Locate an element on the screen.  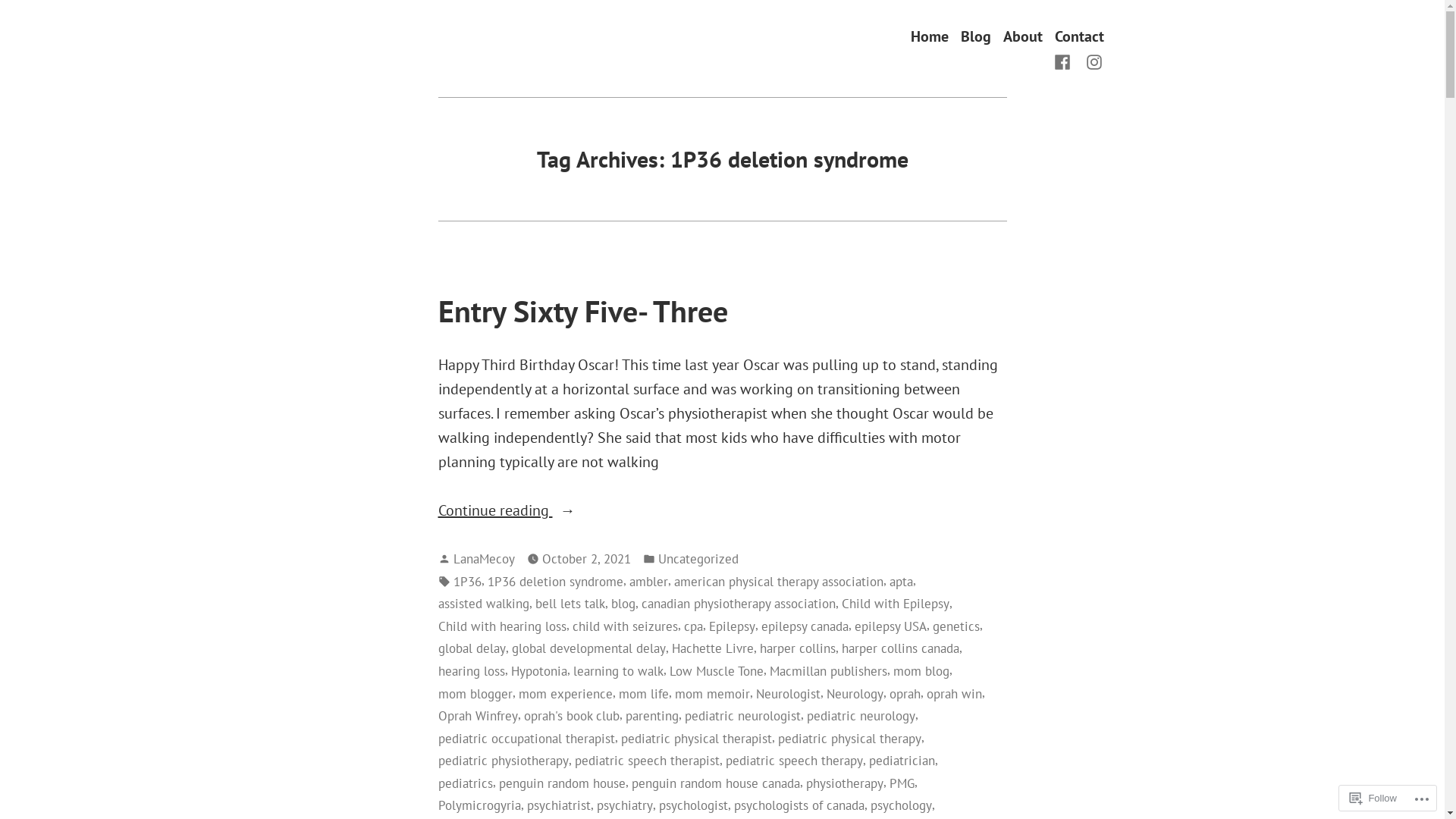
'child with seizures' is located at coordinates (624, 626).